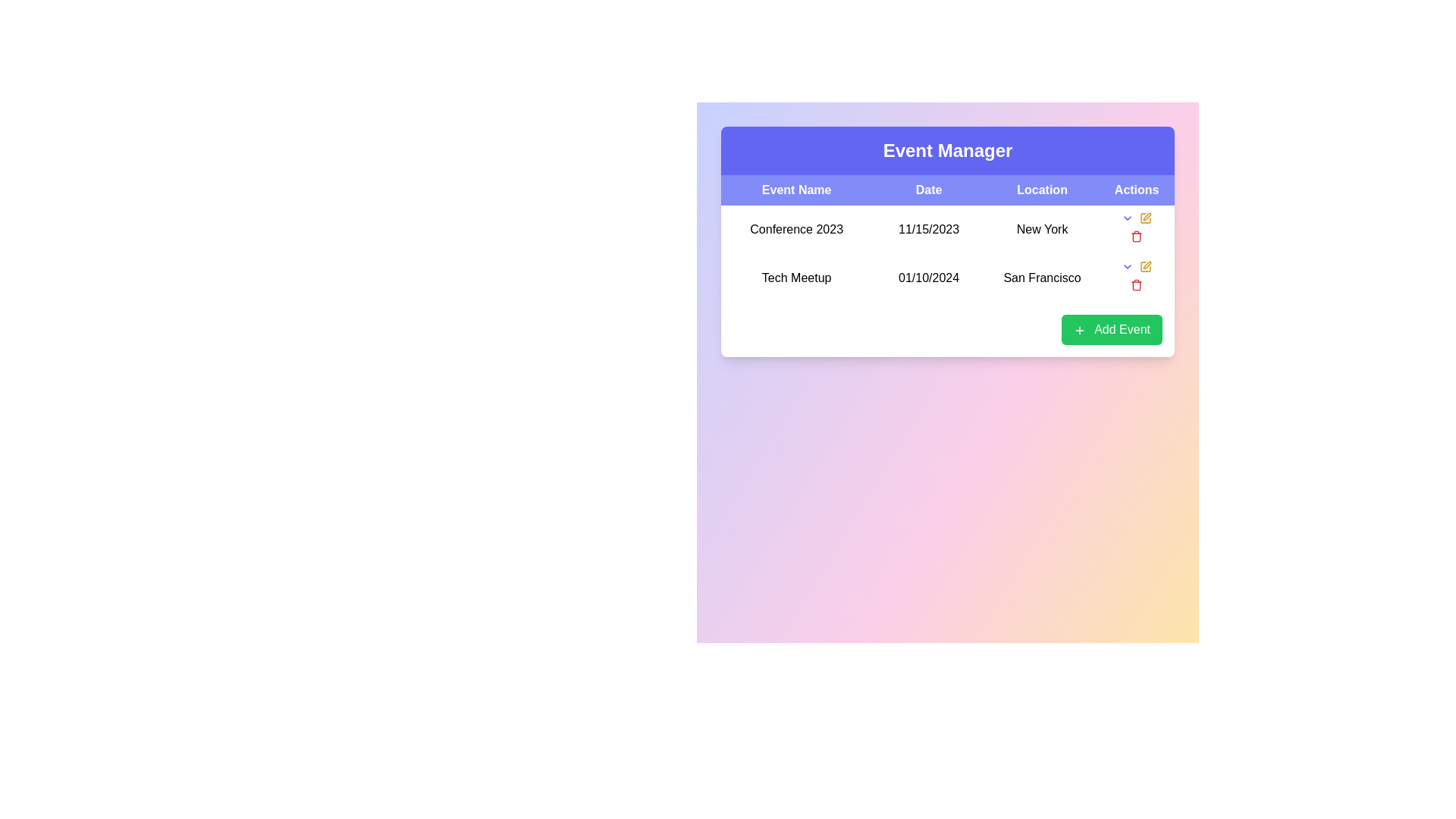 The width and height of the screenshot is (1456, 819). I want to click on the delete button located in the 'Actions' column of the 'Tech Meetup' event row, so click(1136, 278).